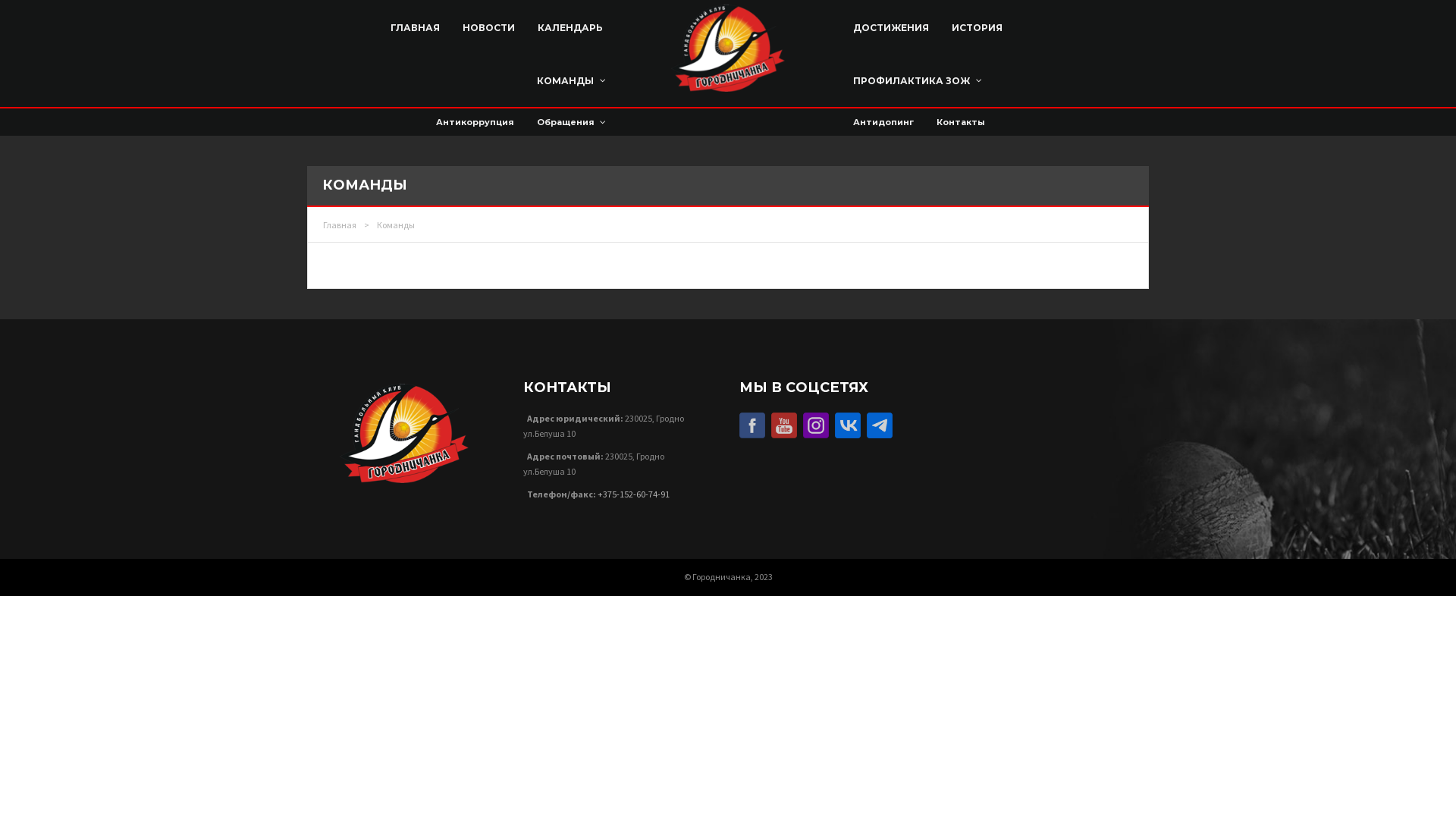  What do you see at coordinates (633, 494) in the screenshot?
I see `'+375-152-60-74-91'` at bounding box center [633, 494].